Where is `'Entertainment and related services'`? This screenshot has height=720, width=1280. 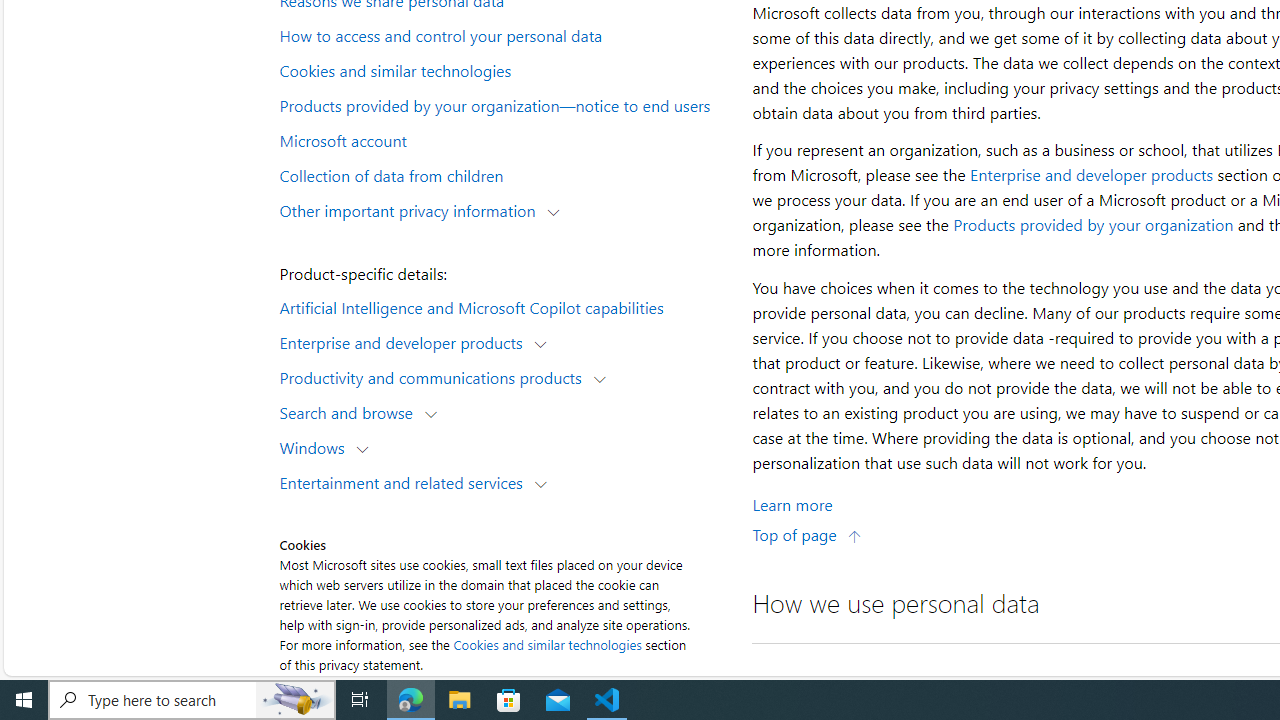 'Entertainment and related services' is located at coordinates (404, 482).